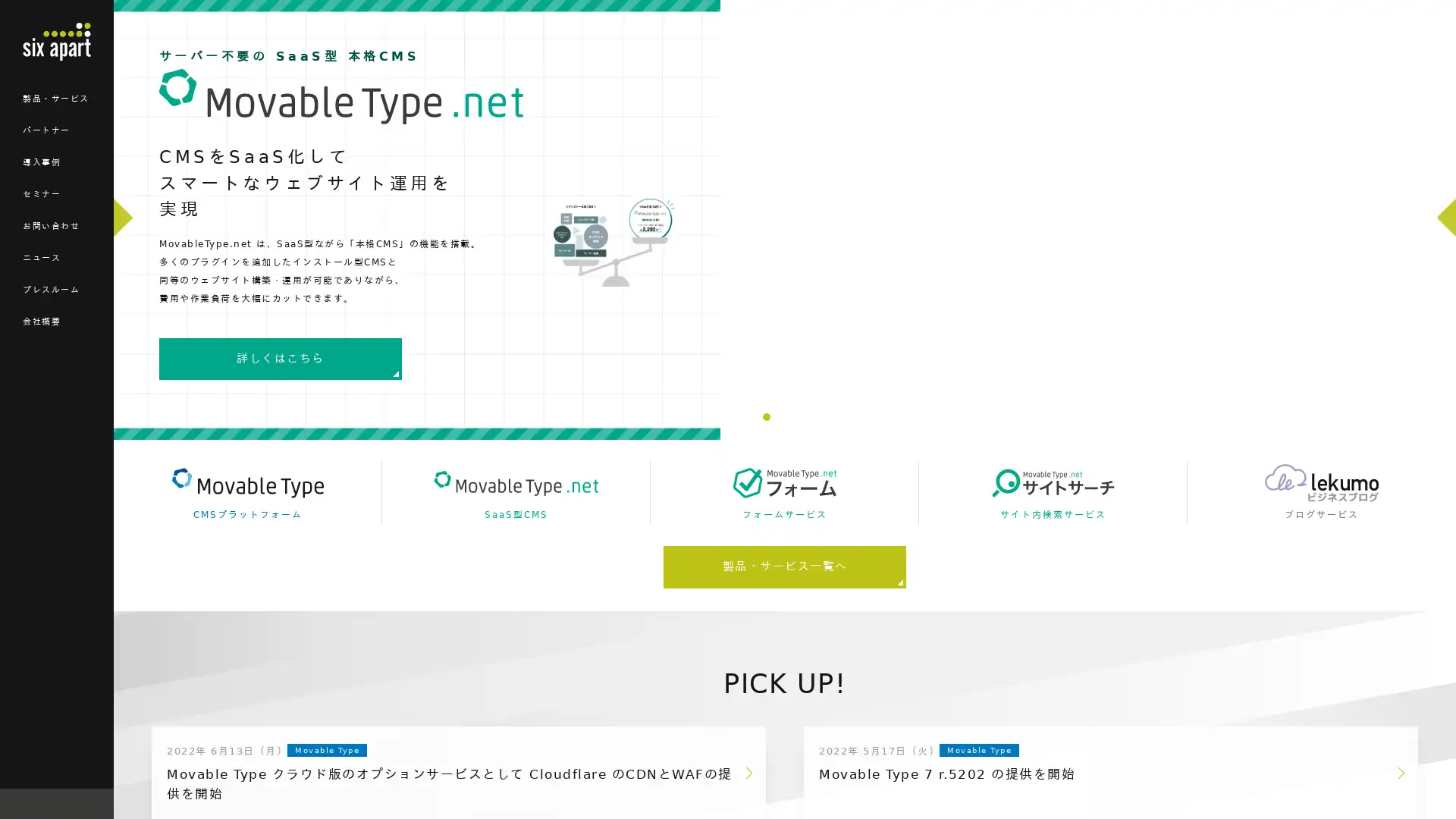 The width and height of the screenshot is (1456, 819). I want to click on 1, so click(767, 417).